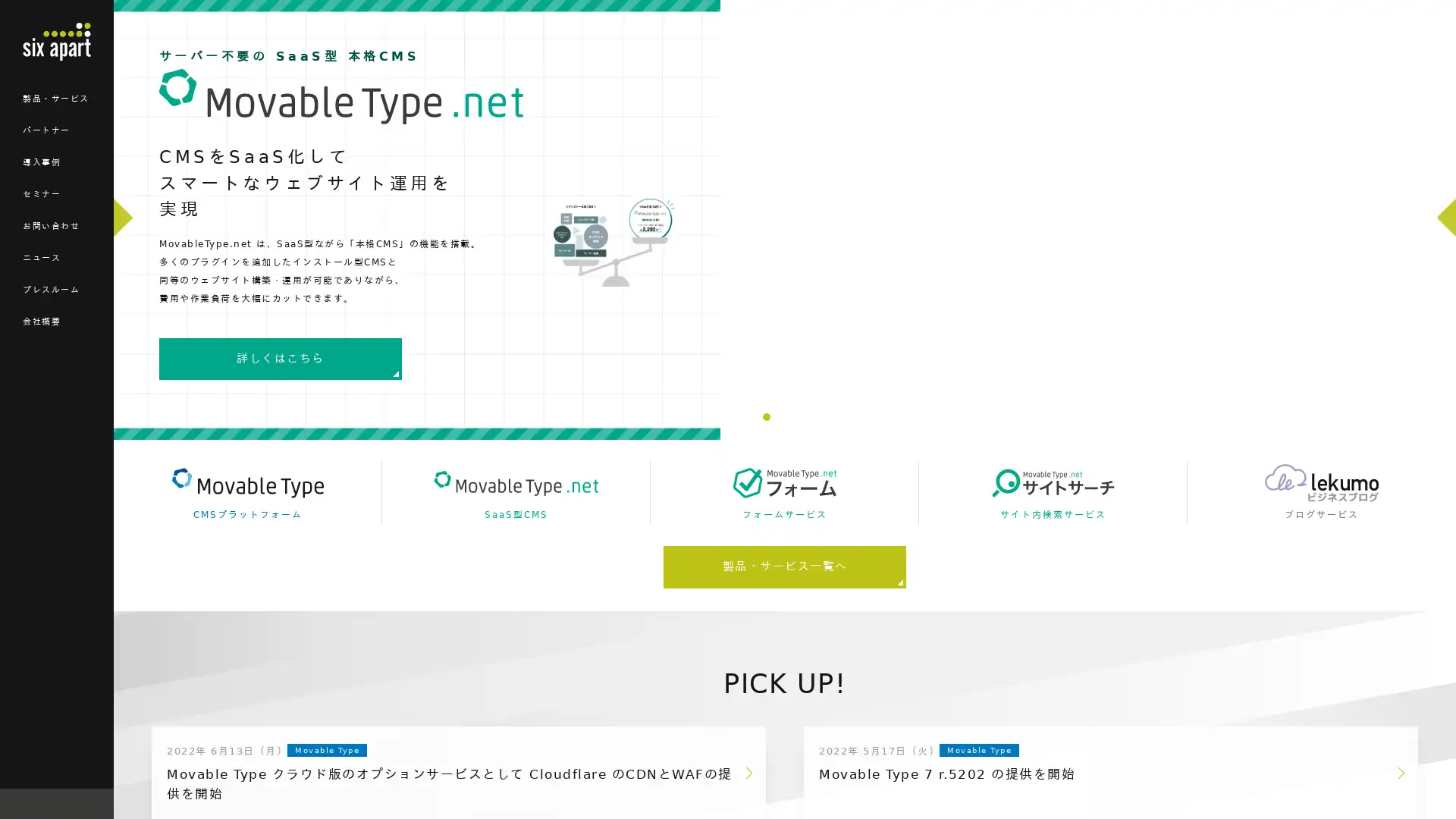 The width and height of the screenshot is (1456, 819). I want to click on 1, so click(767, 417).